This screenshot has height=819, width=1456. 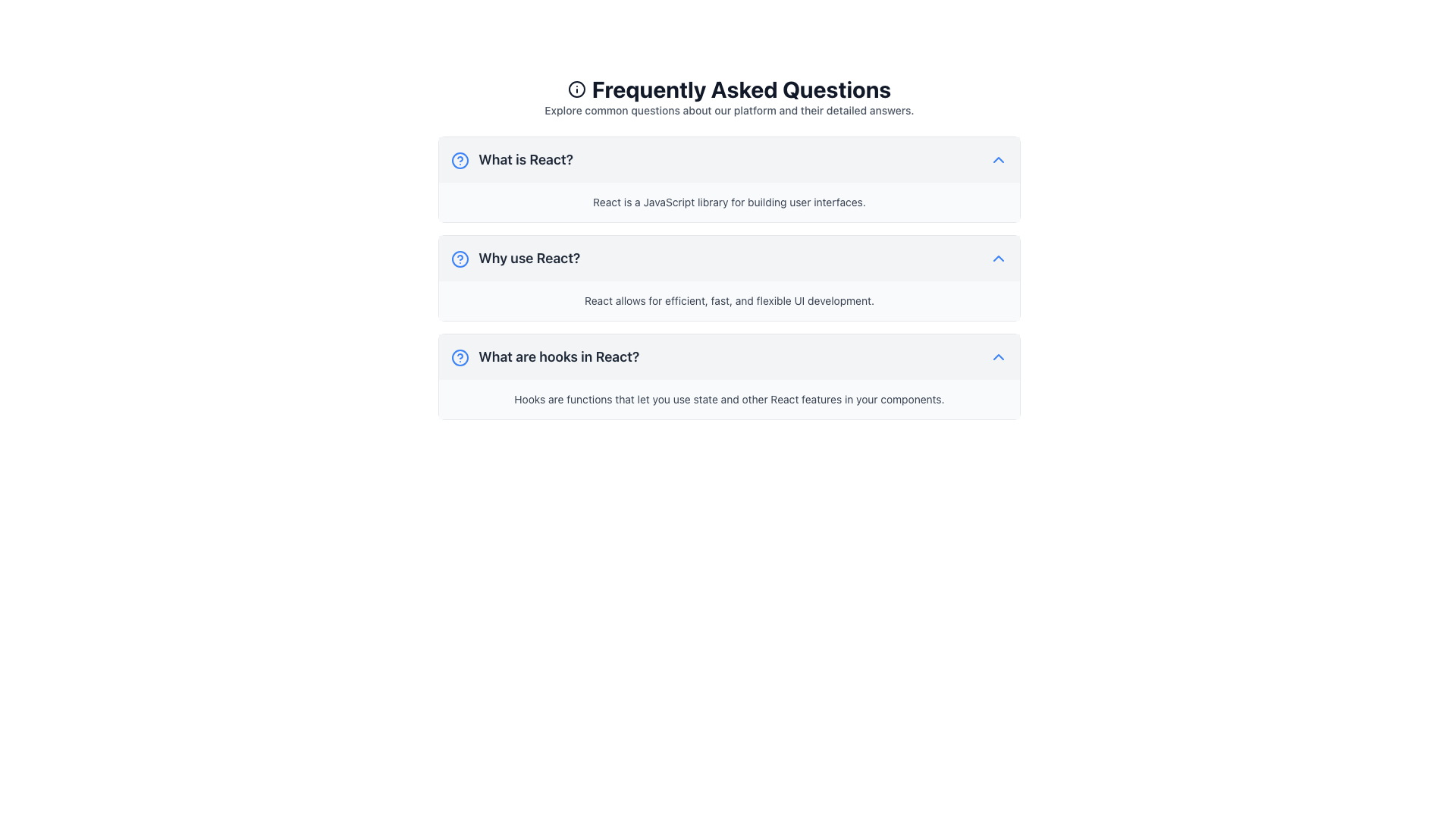 I want to click on the text block that contains the content 'React allows for efficient, fast, and flexible UI development.' with a light gray background, located below the header 'Why use React?', so click(x=729, y=301).